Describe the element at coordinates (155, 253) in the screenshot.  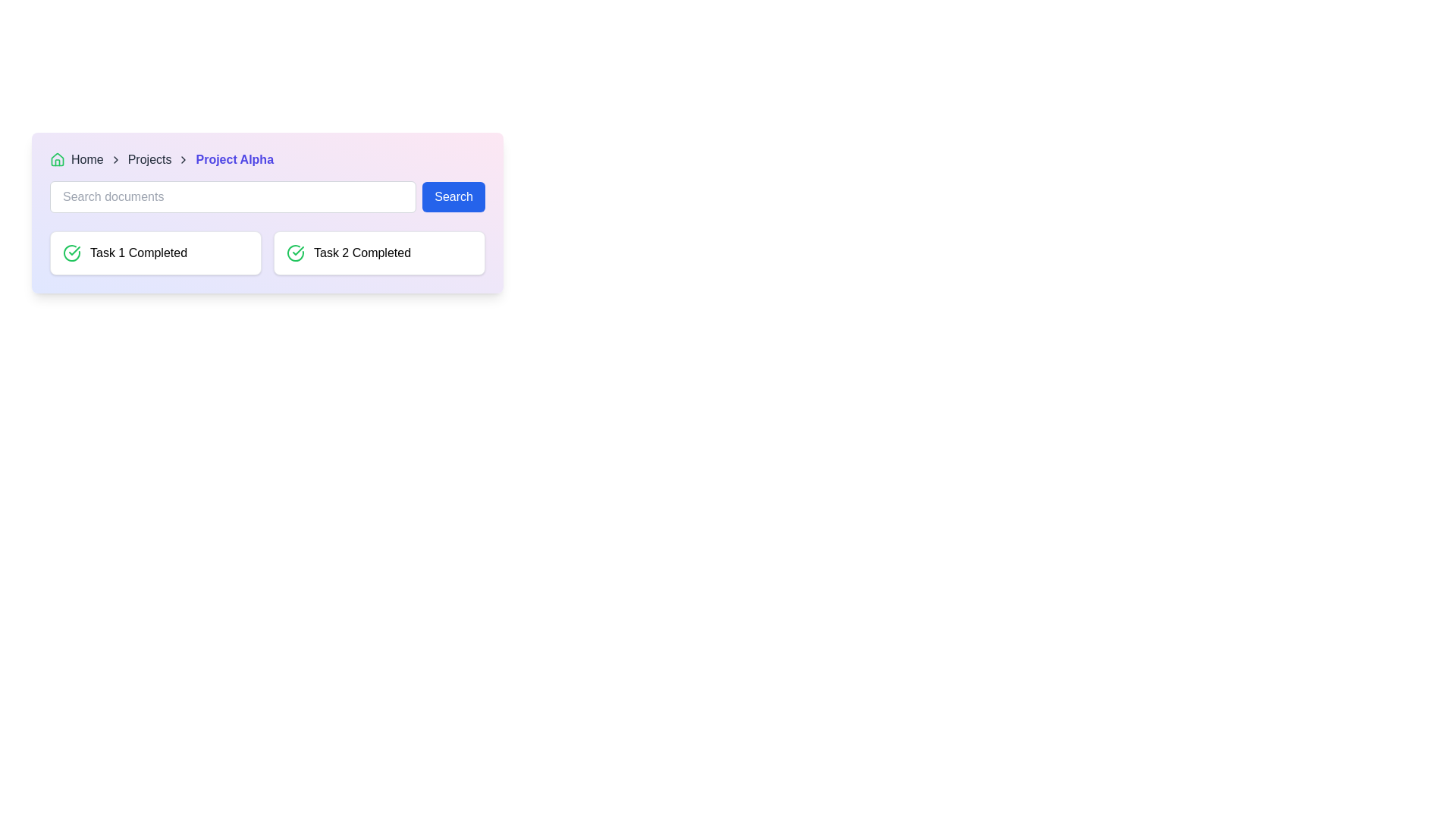
I see `the informative card panel that displays 'Task 1 Completed', which is located in the left column below the search bar` at that location.